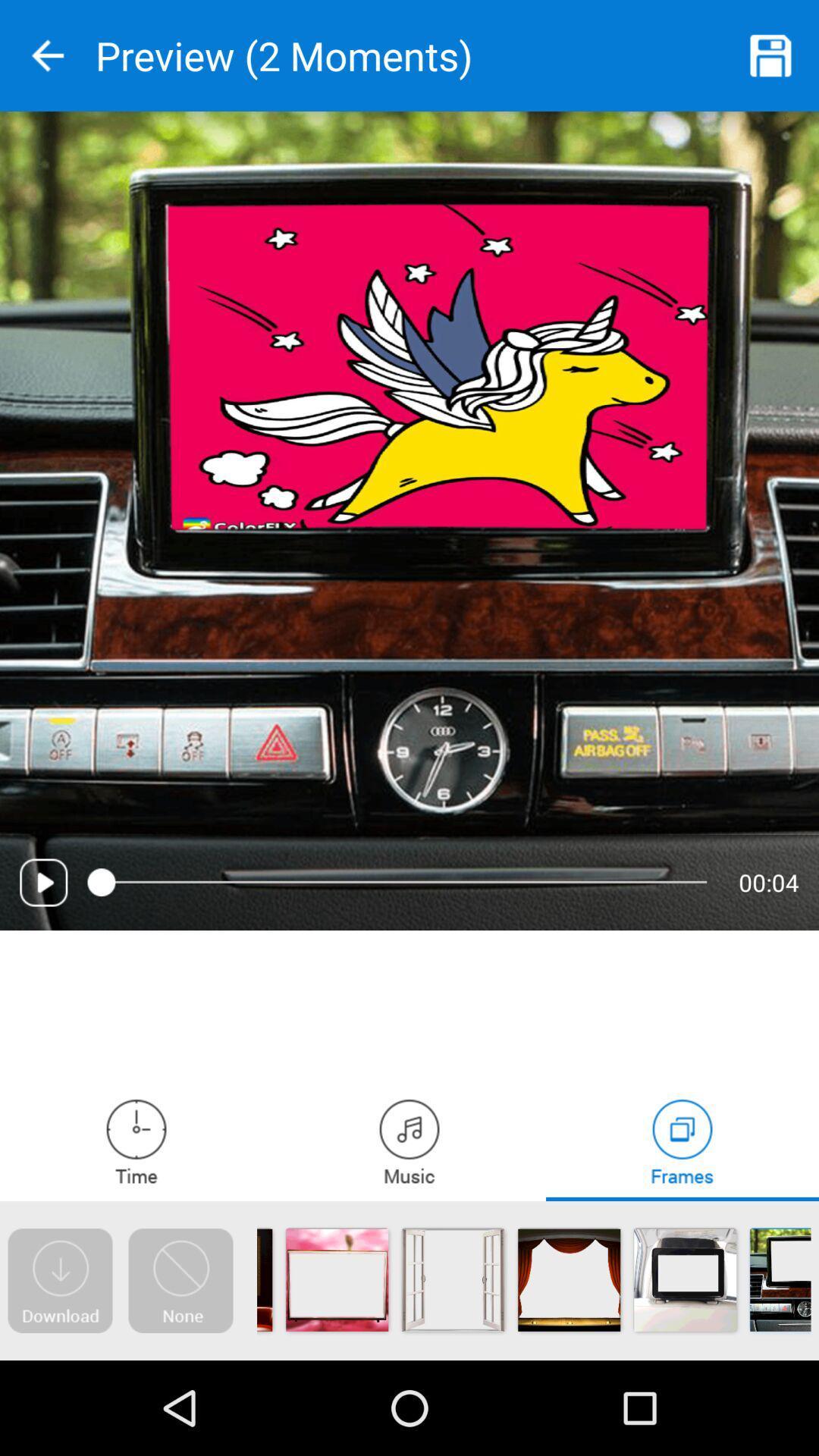 The height and width of the screenshot is (1456, 819). I want to click on go back, so click(46, 55).